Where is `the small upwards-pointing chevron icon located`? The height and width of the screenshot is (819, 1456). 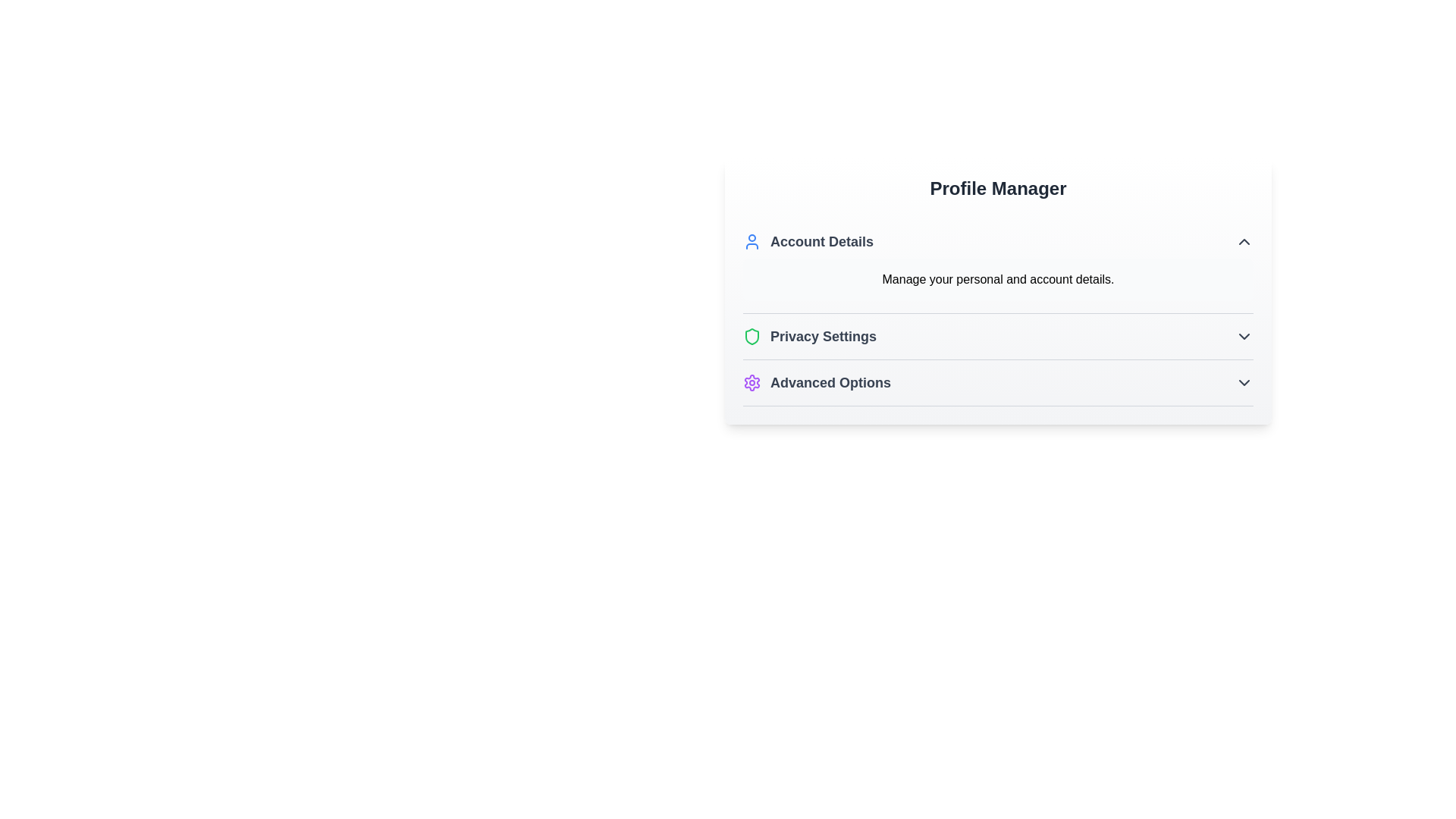 the small upwards-pointing chevron icon located is located at coordinates (1244, 241).